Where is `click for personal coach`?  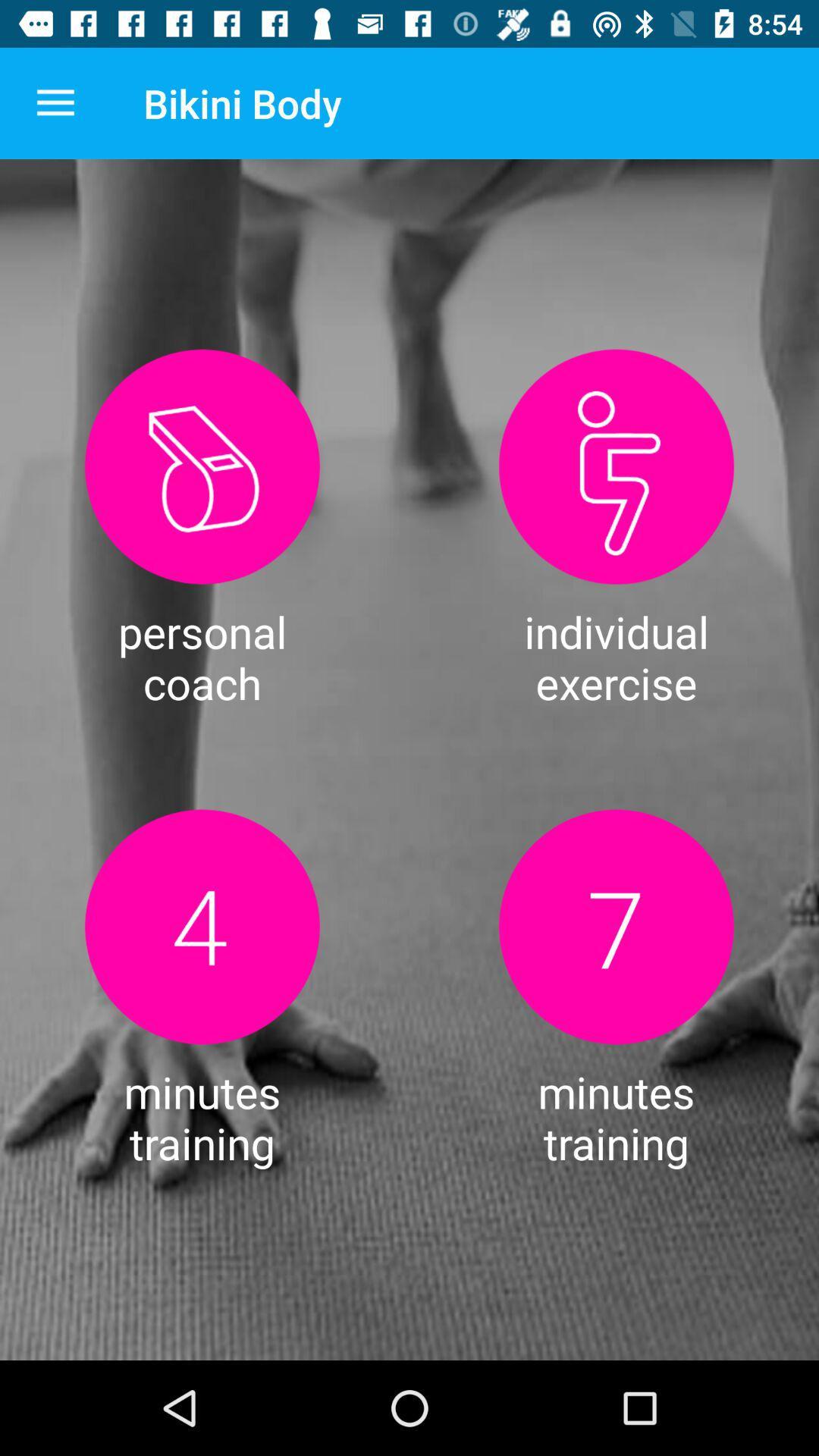
click for personal coach is located at coordinates (201, 466).